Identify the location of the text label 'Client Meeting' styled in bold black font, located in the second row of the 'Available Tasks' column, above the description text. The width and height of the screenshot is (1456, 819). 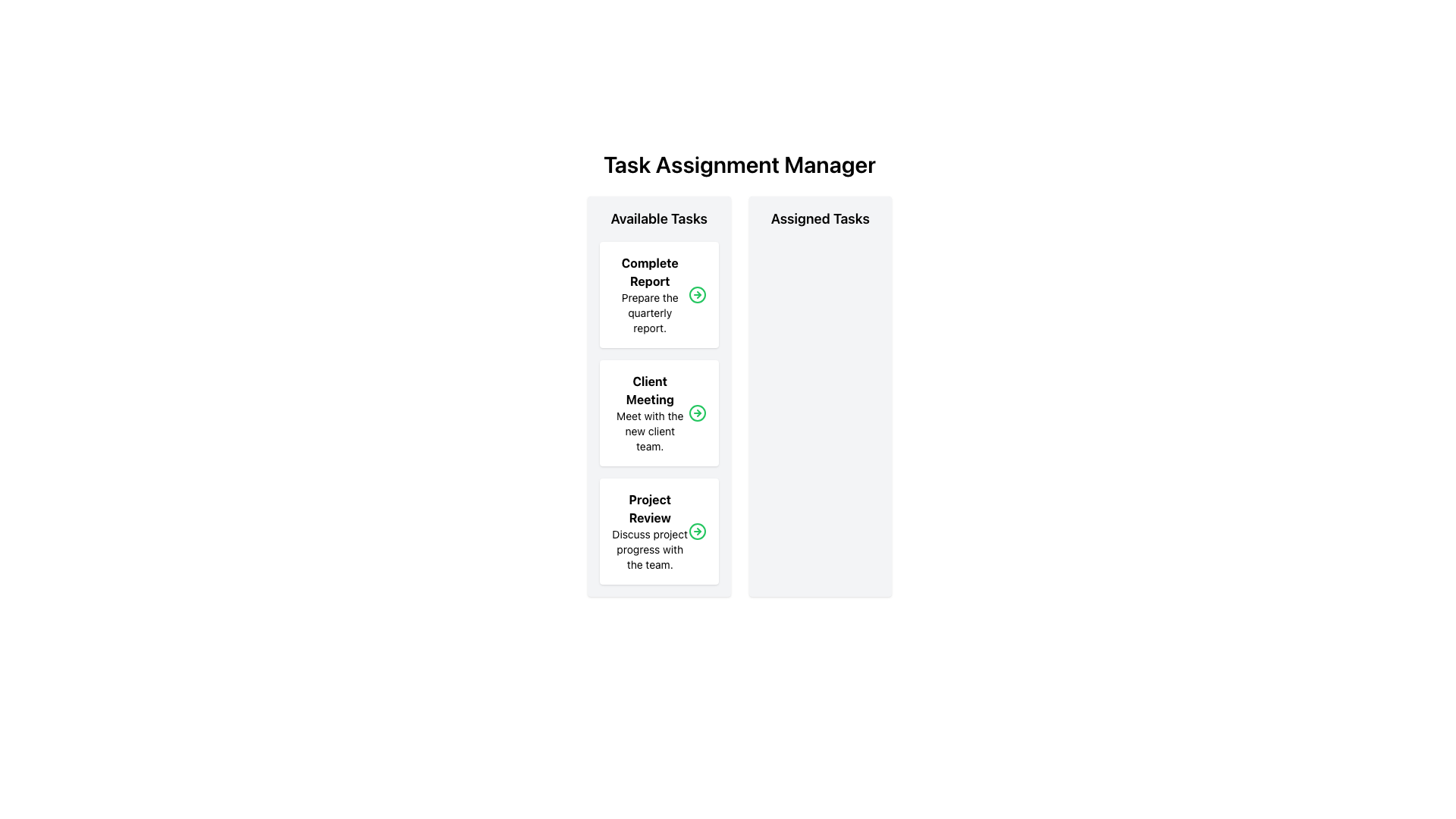
(650, 390).